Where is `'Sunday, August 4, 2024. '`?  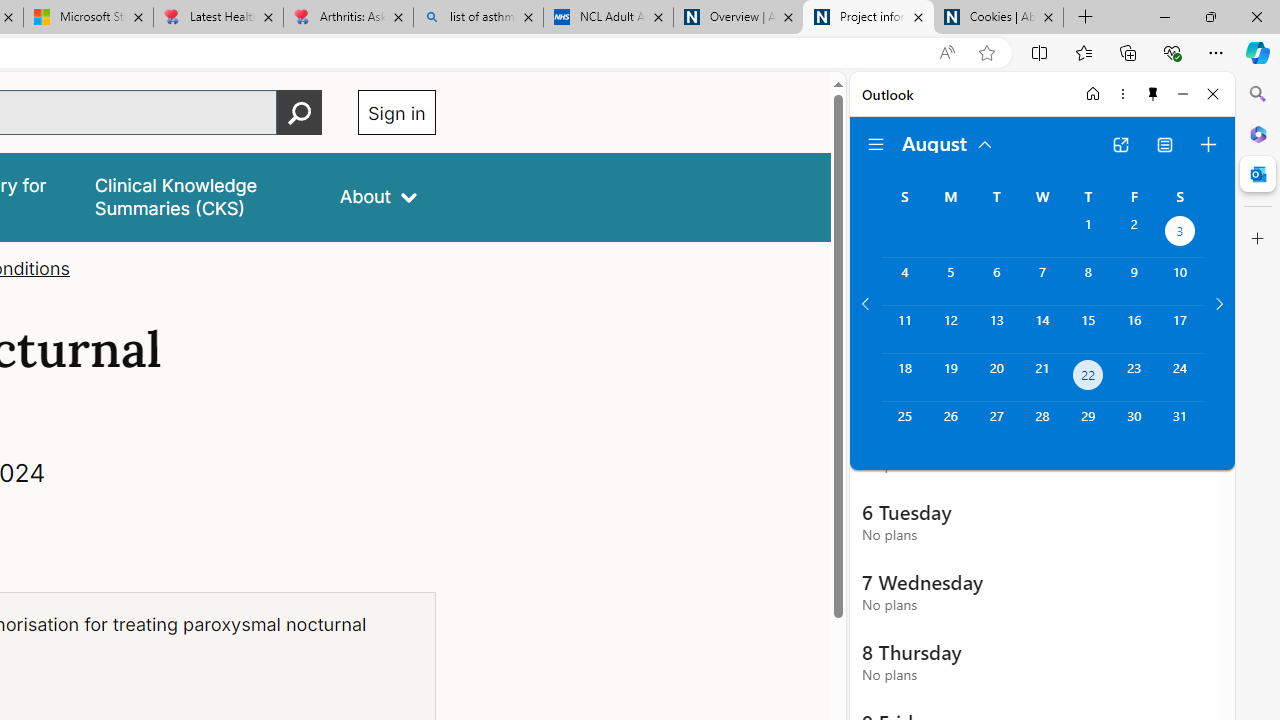 'Sunday, August 4, 2024. ' is located at coordinates (903, 281).